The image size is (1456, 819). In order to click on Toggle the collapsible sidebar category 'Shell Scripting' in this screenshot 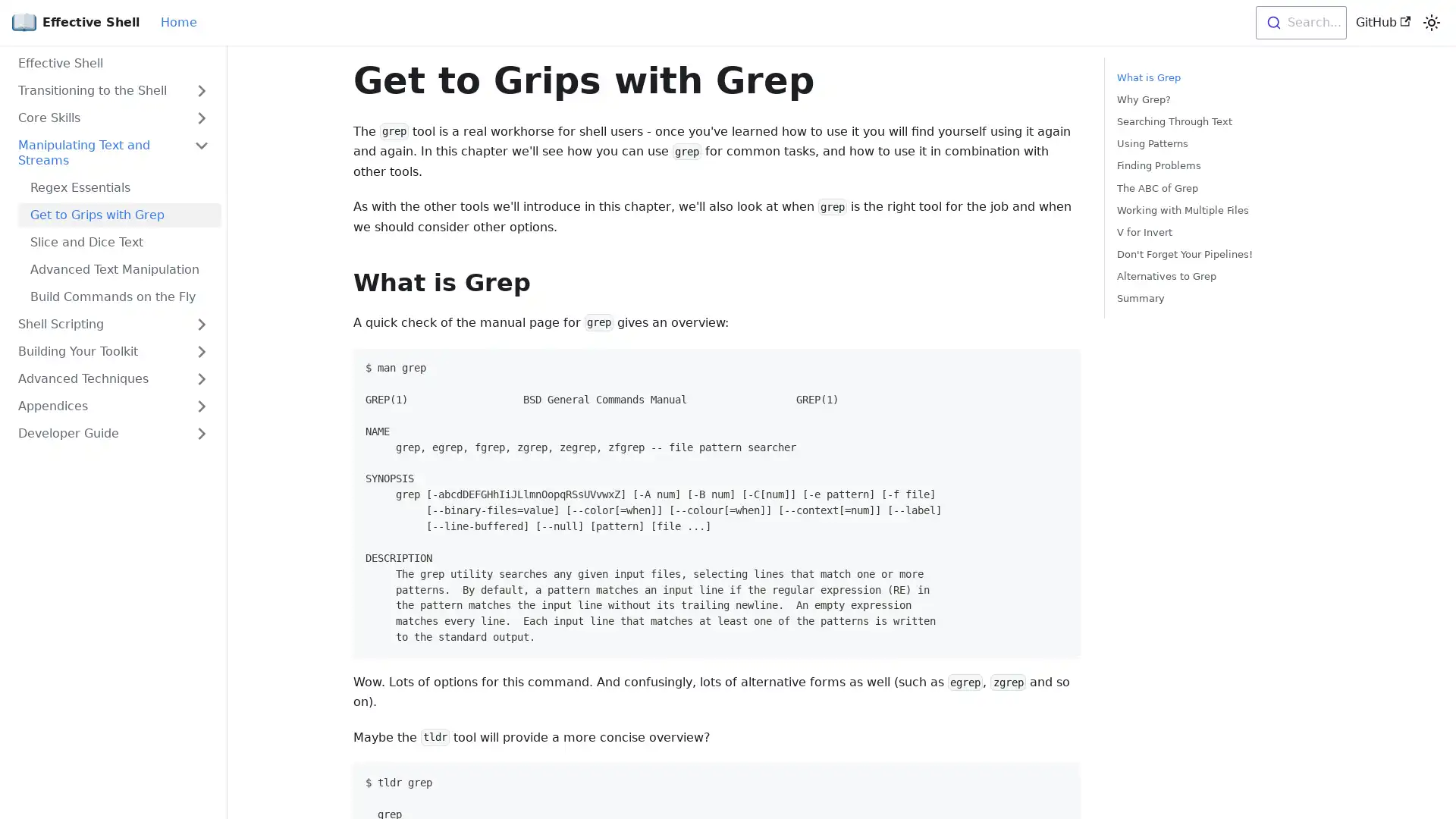, I will do `click(200, 324)`.